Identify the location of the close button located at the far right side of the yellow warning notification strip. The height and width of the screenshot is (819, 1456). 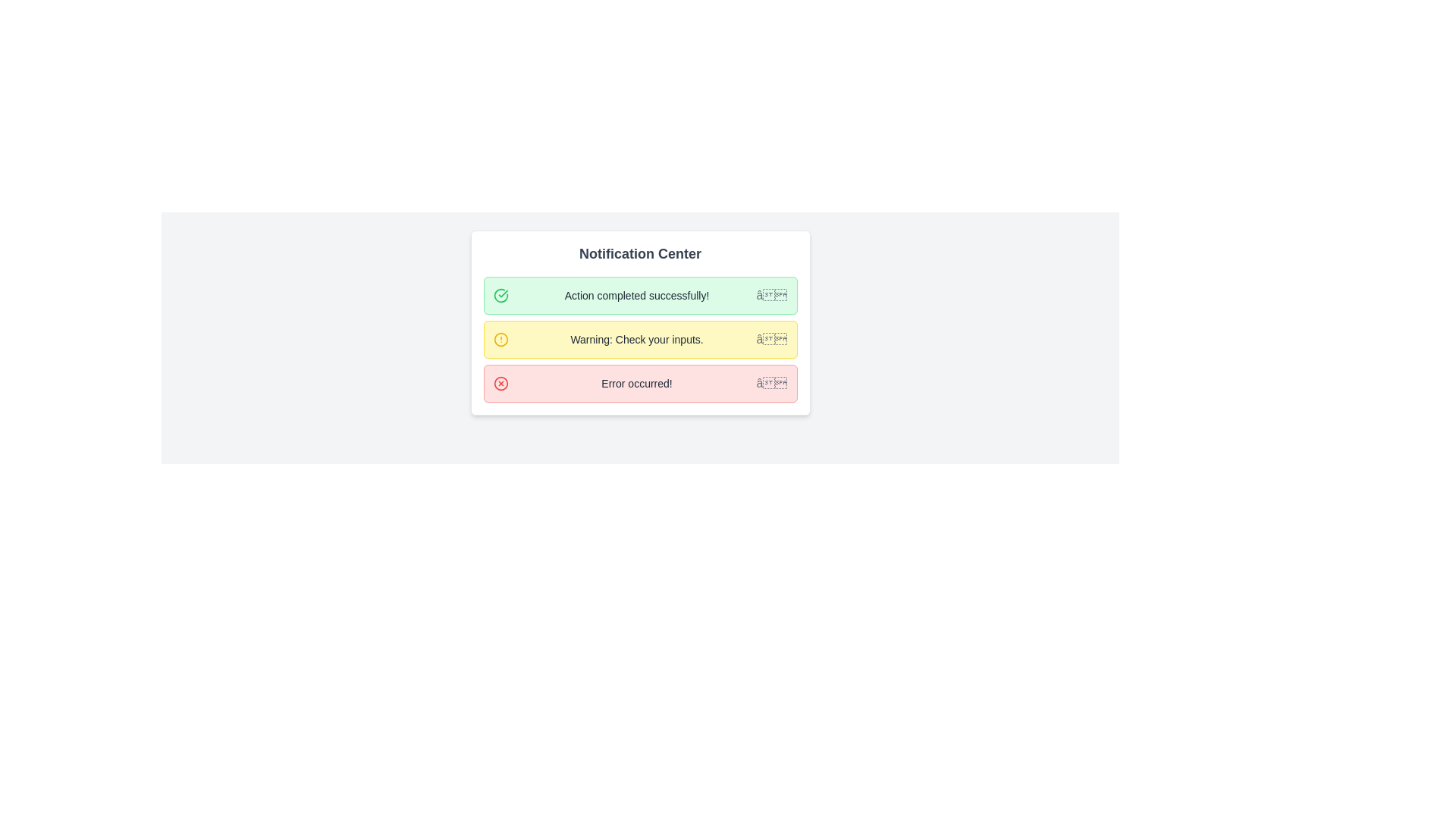
(771, 338).